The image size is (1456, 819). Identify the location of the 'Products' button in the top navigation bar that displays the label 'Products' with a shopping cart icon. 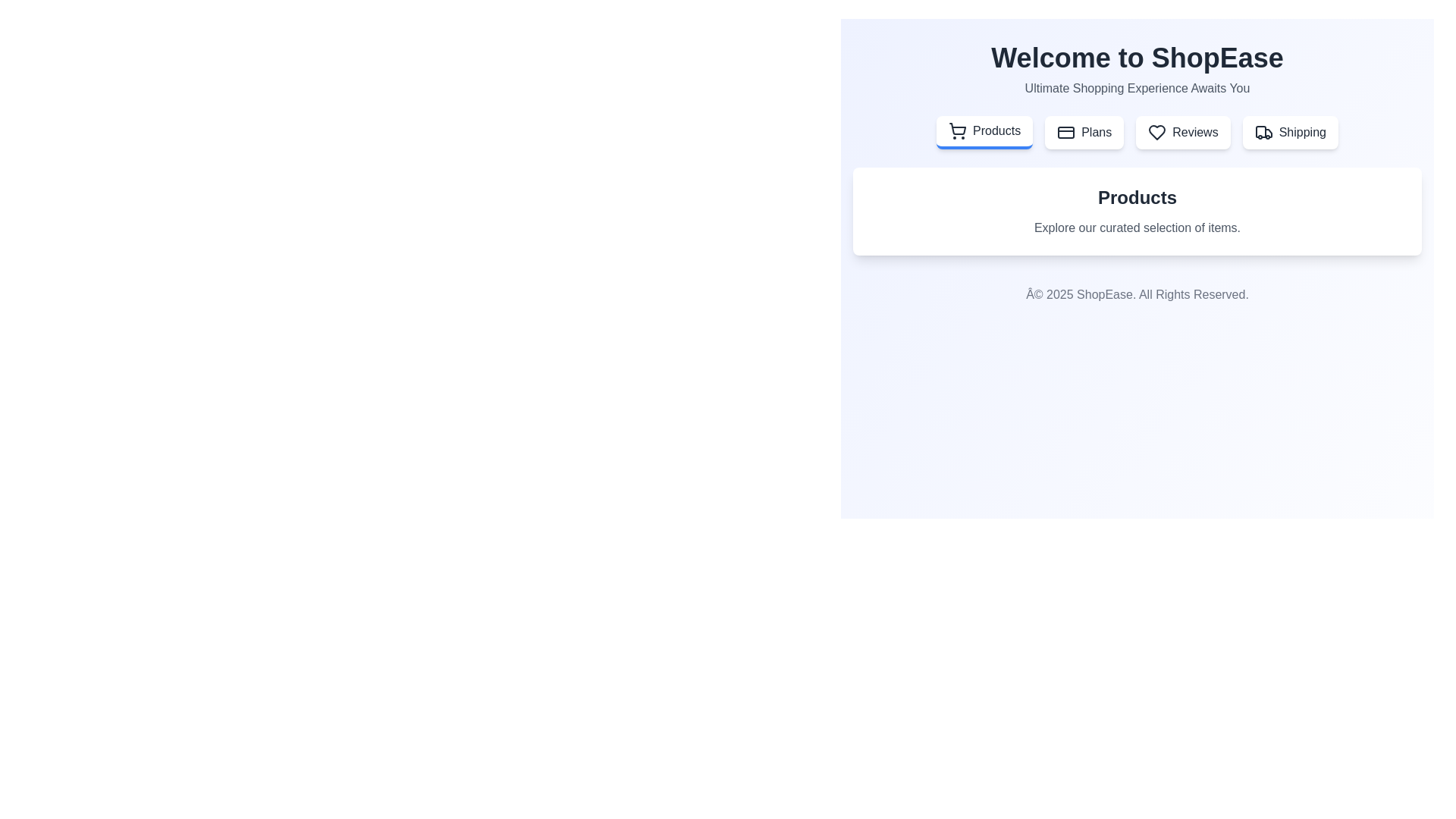
(996, 130).